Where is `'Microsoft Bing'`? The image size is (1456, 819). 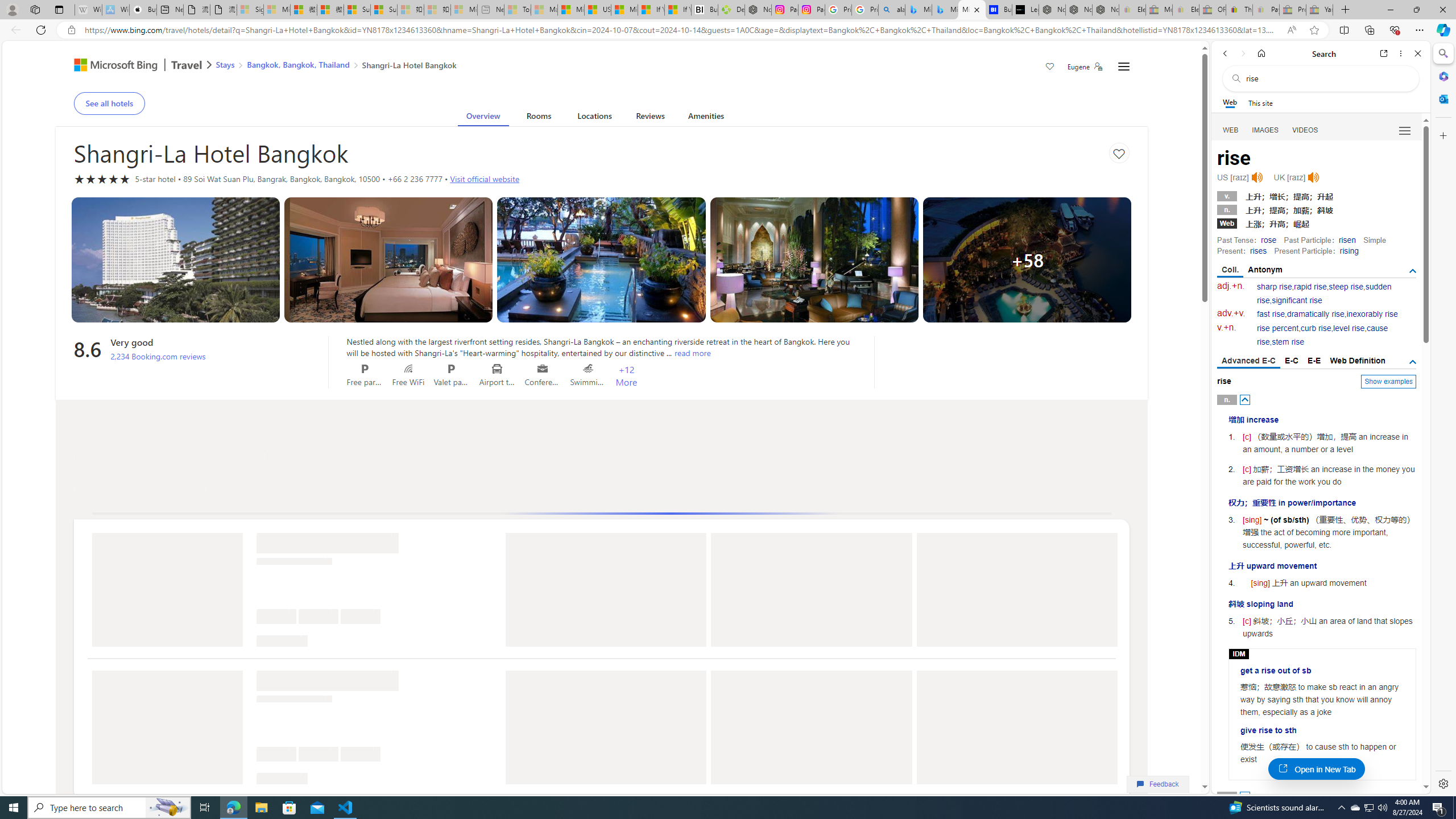 'Microsoft Bing' is located at coordinates (110, 65).